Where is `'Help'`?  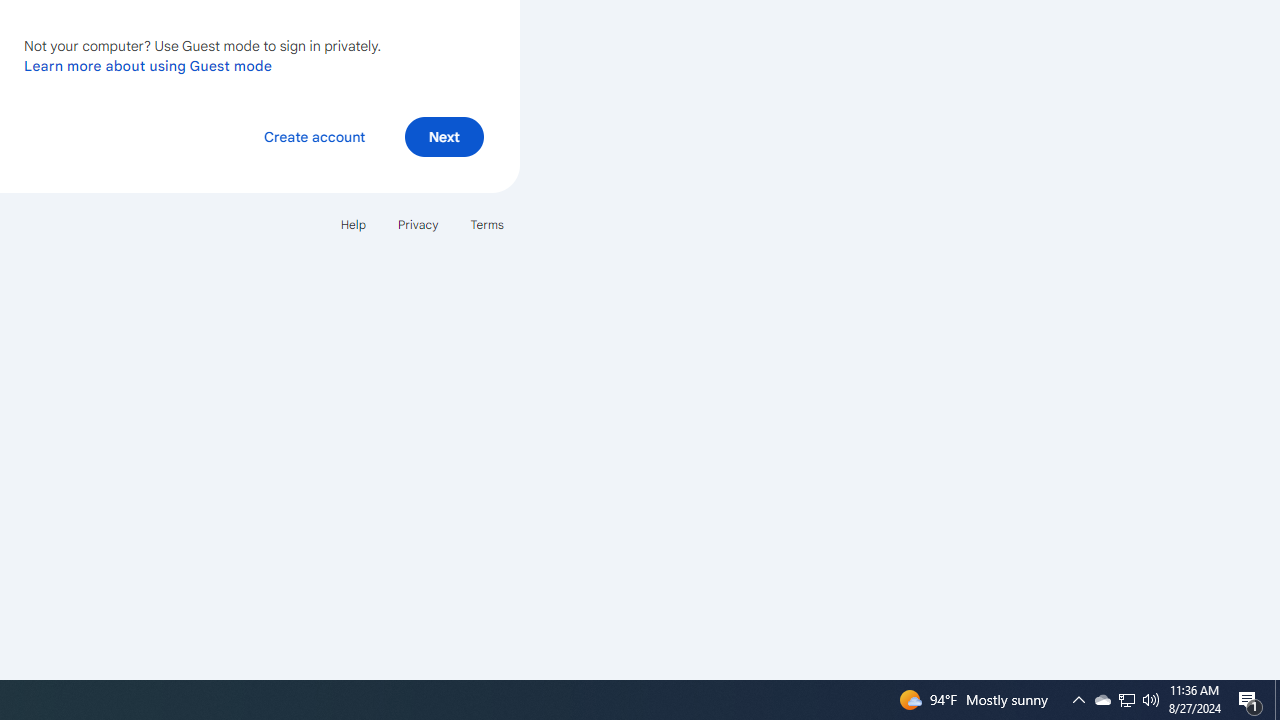
'Help' is located at coordinates (352, 224).